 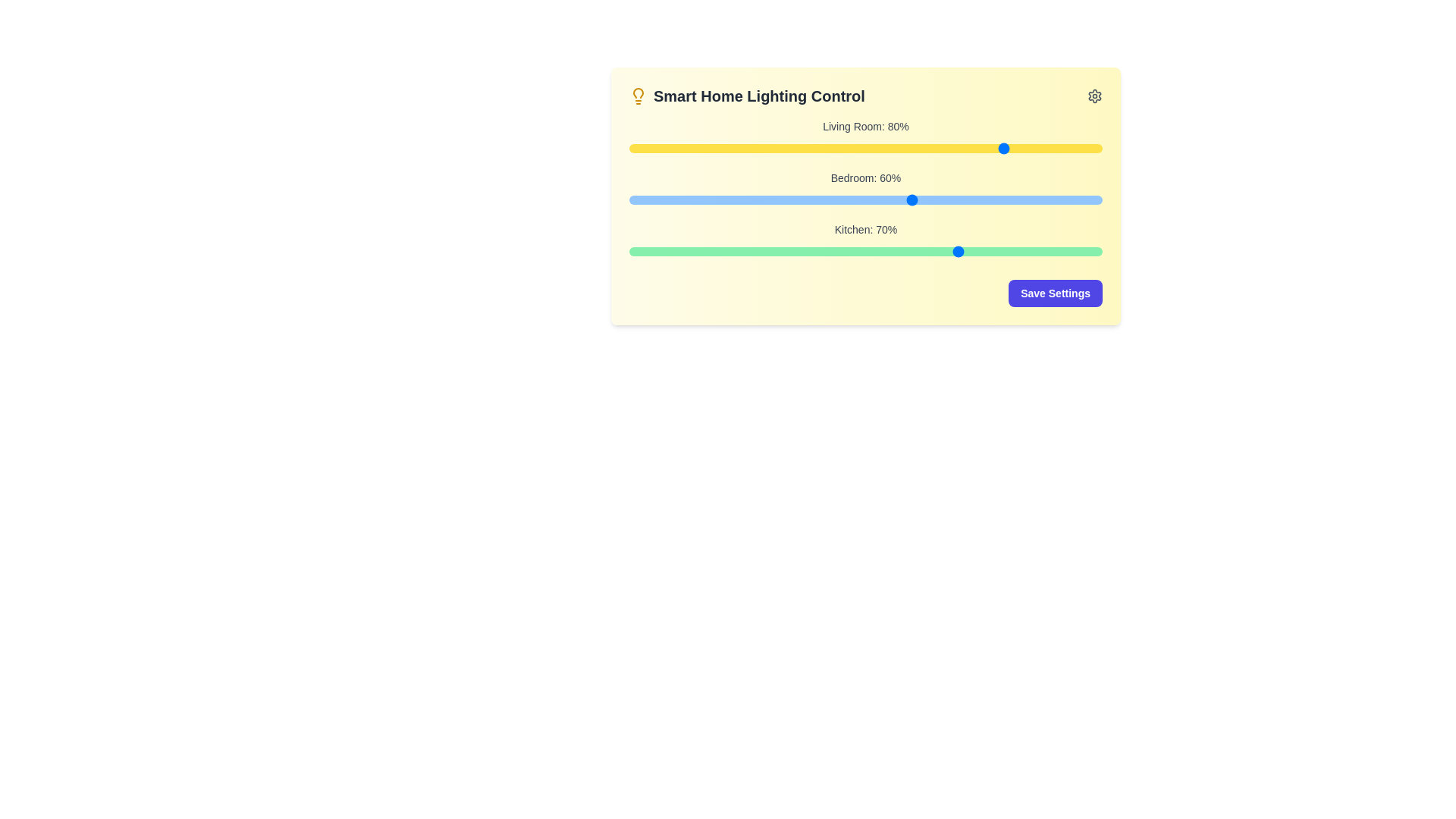 What do you see at coordinates (714, 250) in the screenshot?
I see `the Kitchen light intensity` at bounding box center [714, 250].